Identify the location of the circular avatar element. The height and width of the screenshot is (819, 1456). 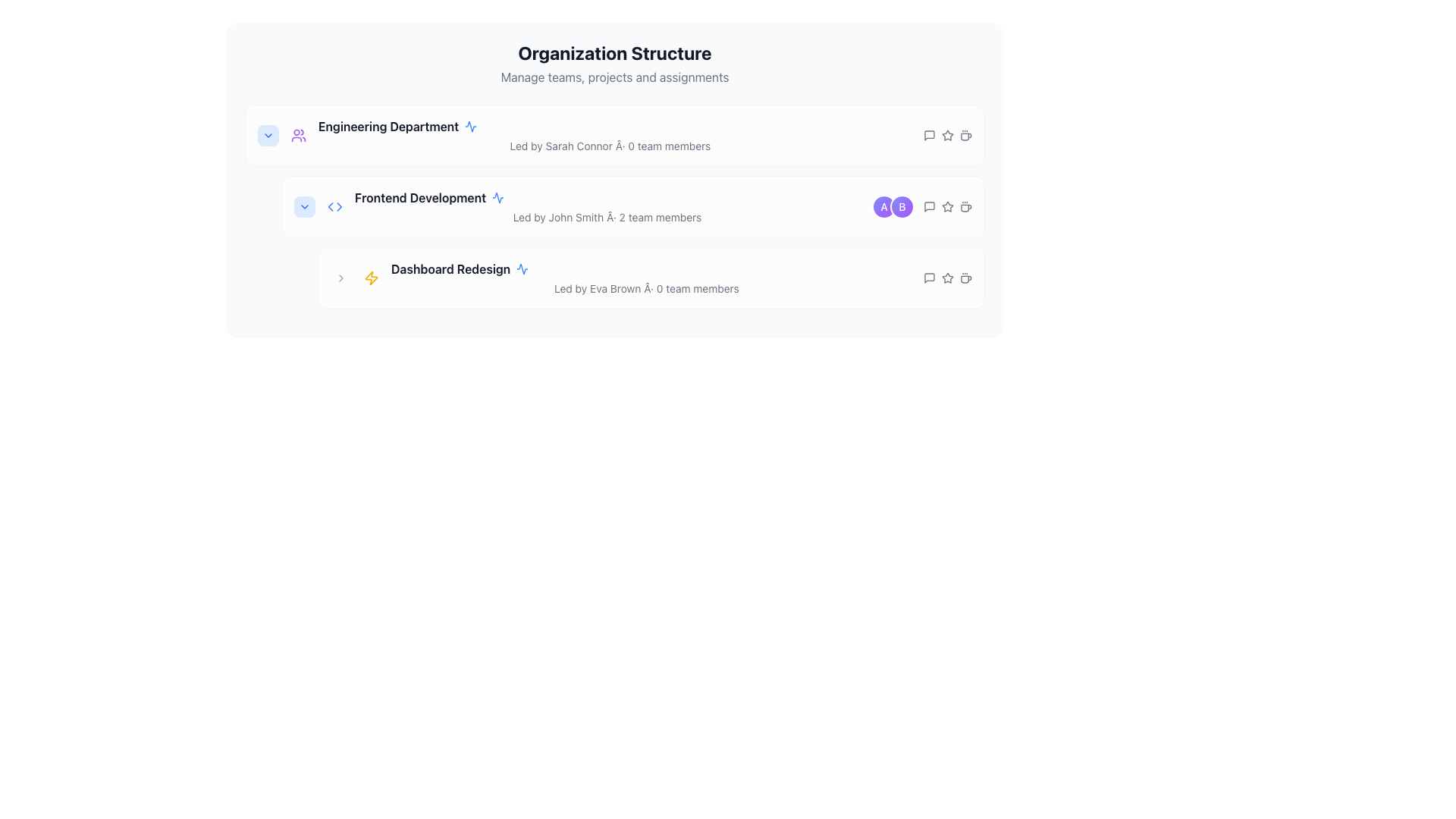
(884, 207).